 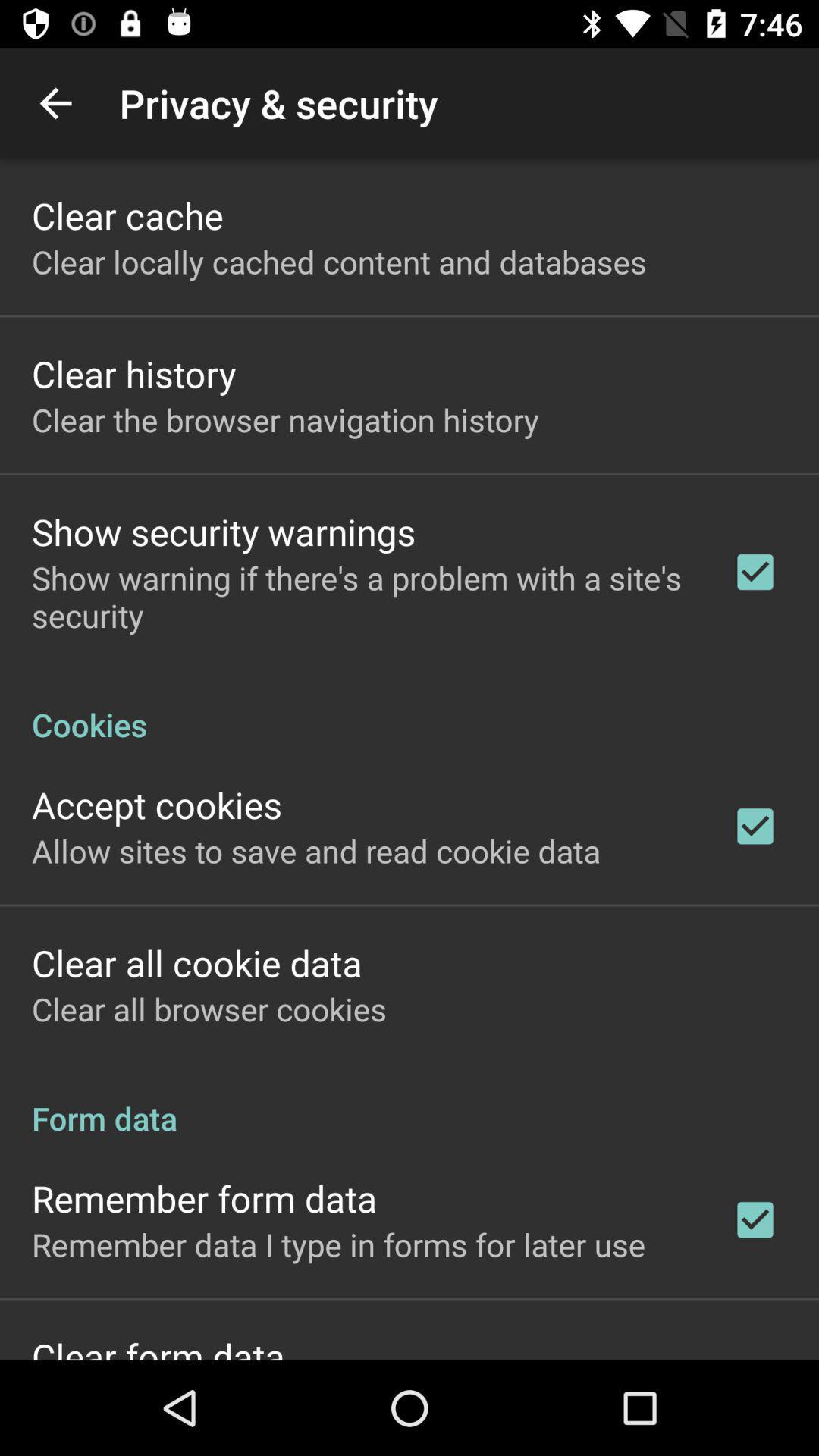 What do you see at coordinates (338, 262) in the screenshot?
I see `item above clear history app` at bounding box center [338, 262].